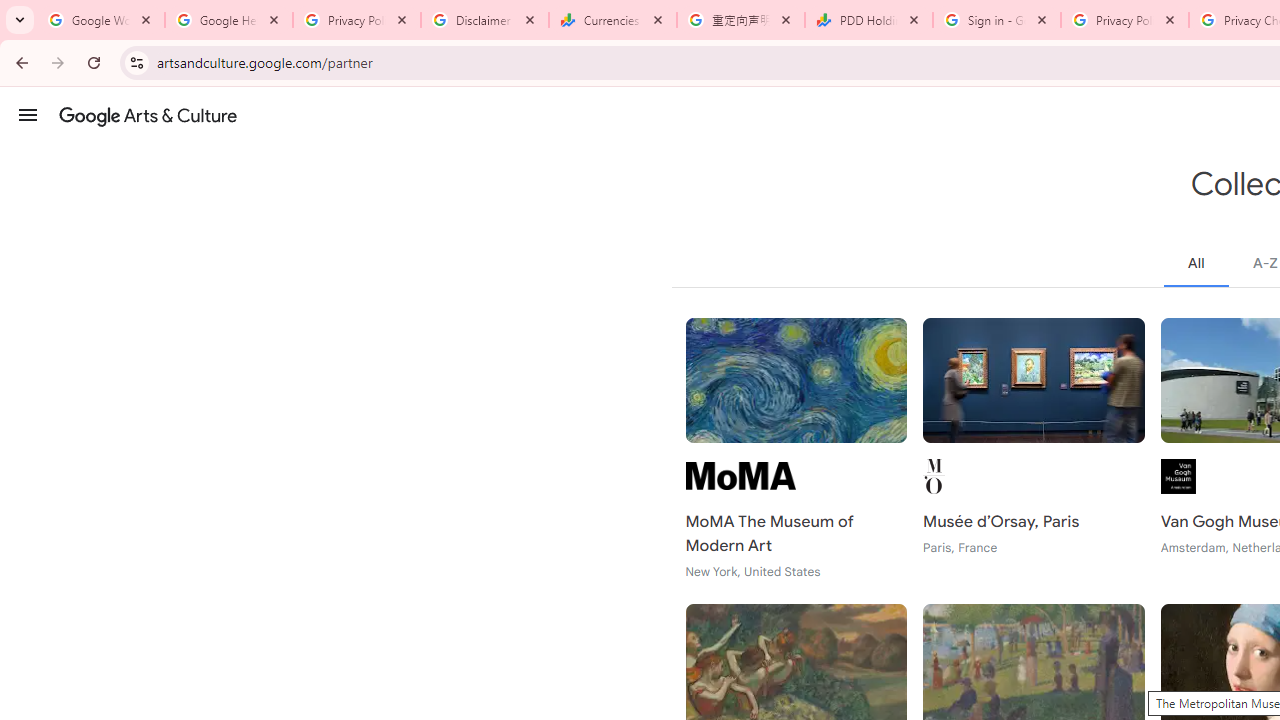  Describe the element at coordinates (1196, 262) in the screenshot. I see `'All'` at that location.